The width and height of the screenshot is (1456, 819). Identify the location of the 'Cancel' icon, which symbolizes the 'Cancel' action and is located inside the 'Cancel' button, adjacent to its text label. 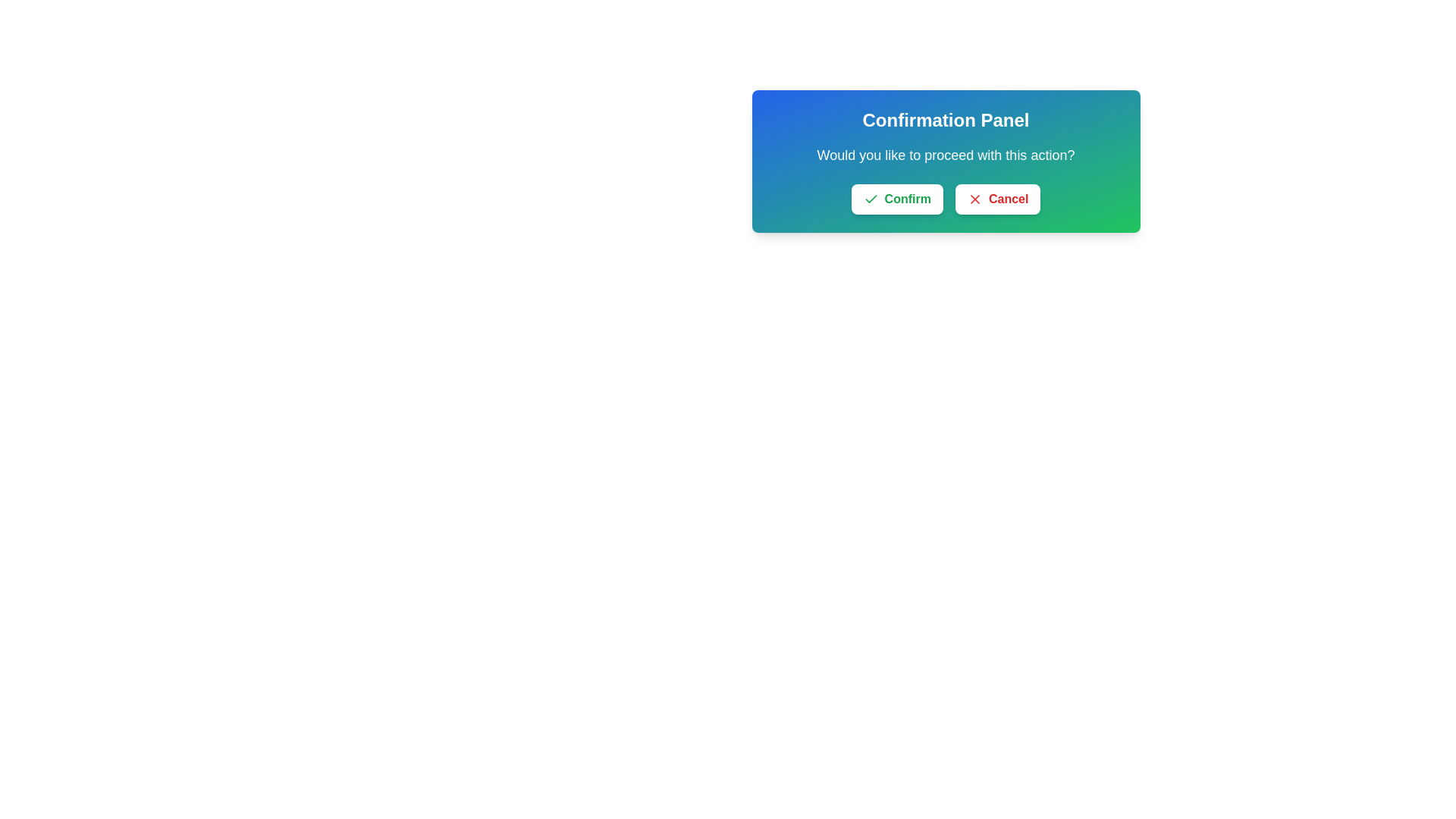
(975, 198).